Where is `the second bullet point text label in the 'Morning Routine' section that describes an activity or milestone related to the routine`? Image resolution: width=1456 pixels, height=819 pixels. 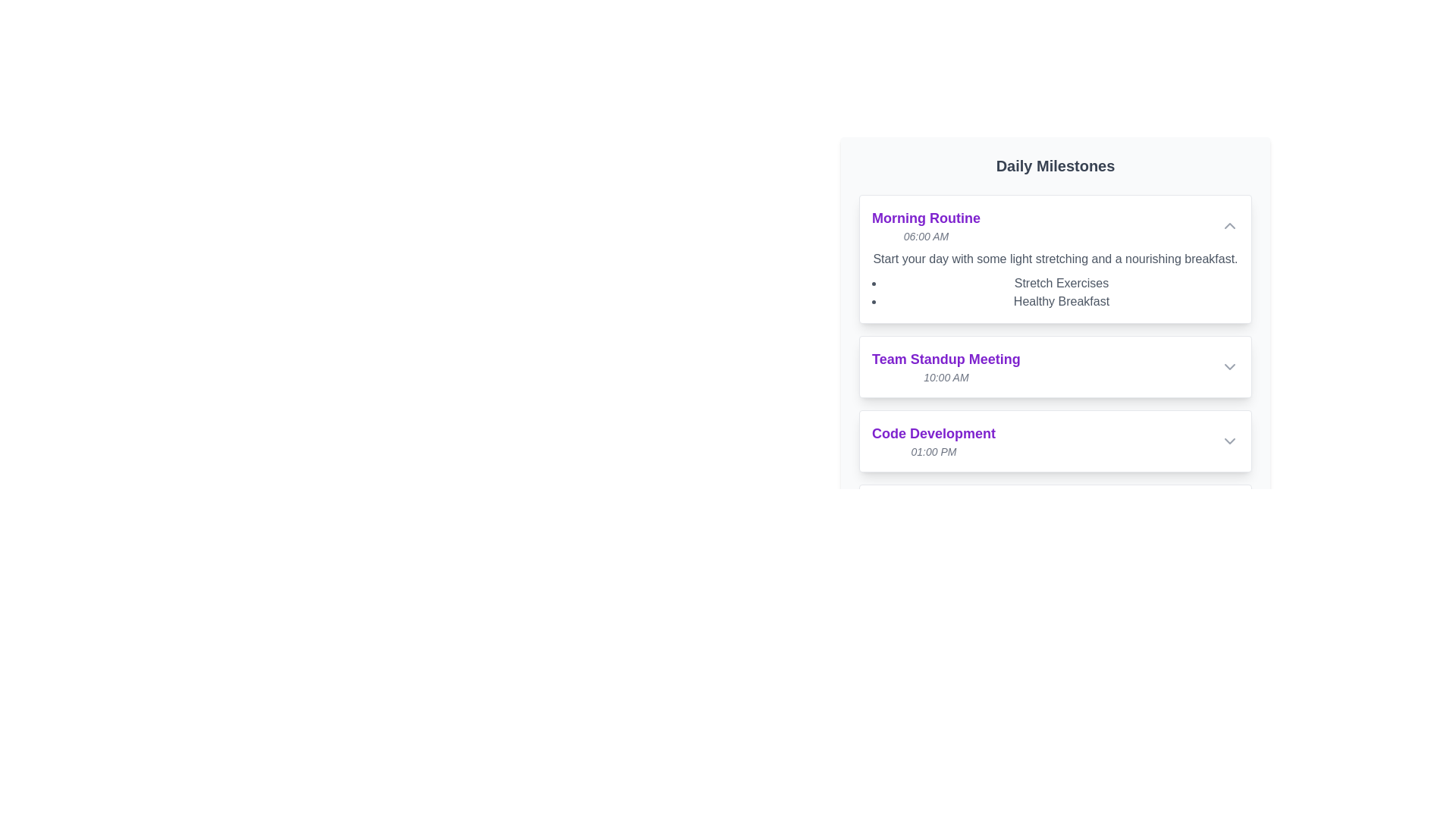 the second bullet point text label in the 'Morning Routine' section that describes an activity or milestone related to the routine is located at coordinates (1061, 301).